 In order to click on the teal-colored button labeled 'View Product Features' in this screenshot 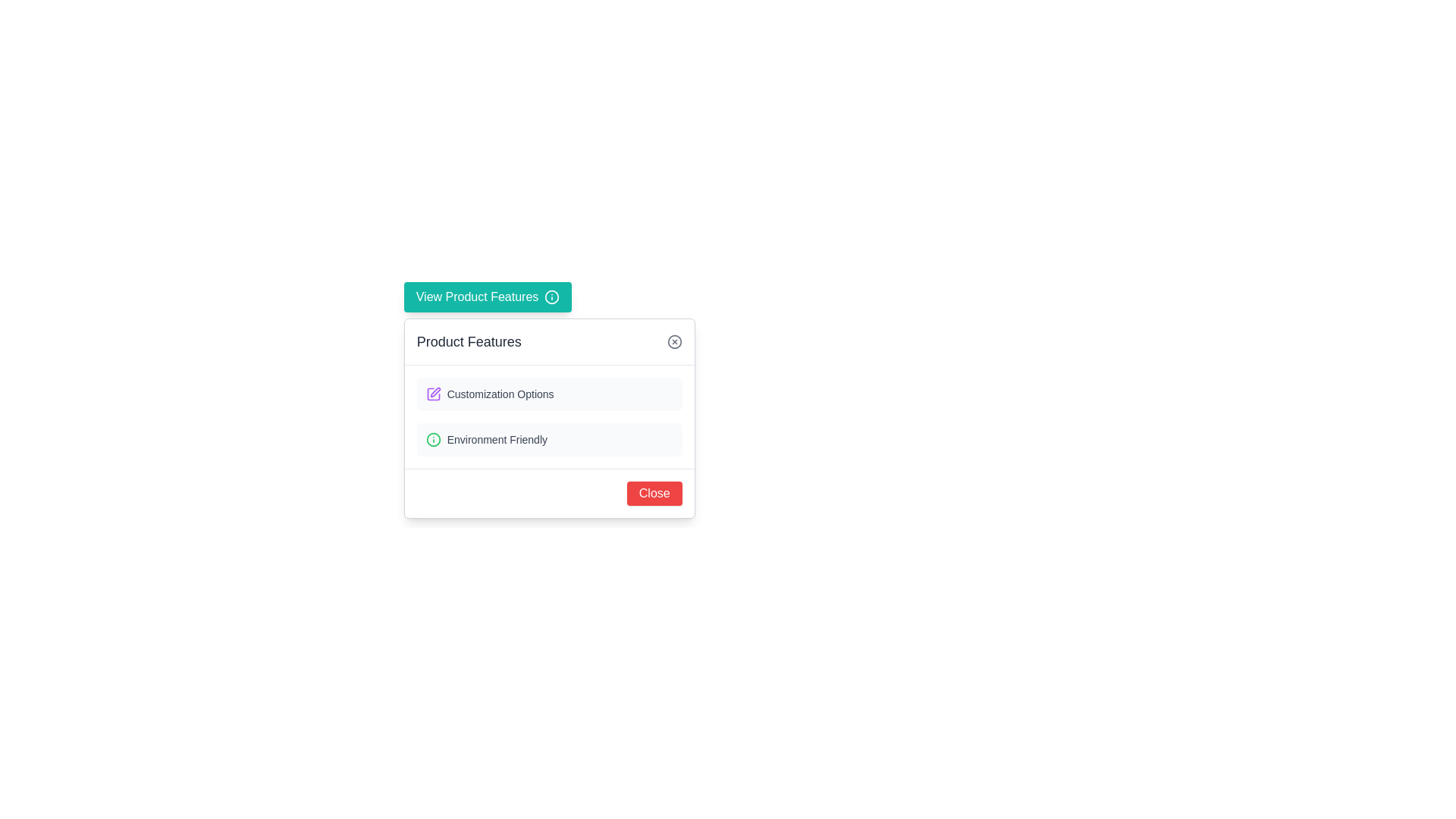, I will do `click(488, 297)`.